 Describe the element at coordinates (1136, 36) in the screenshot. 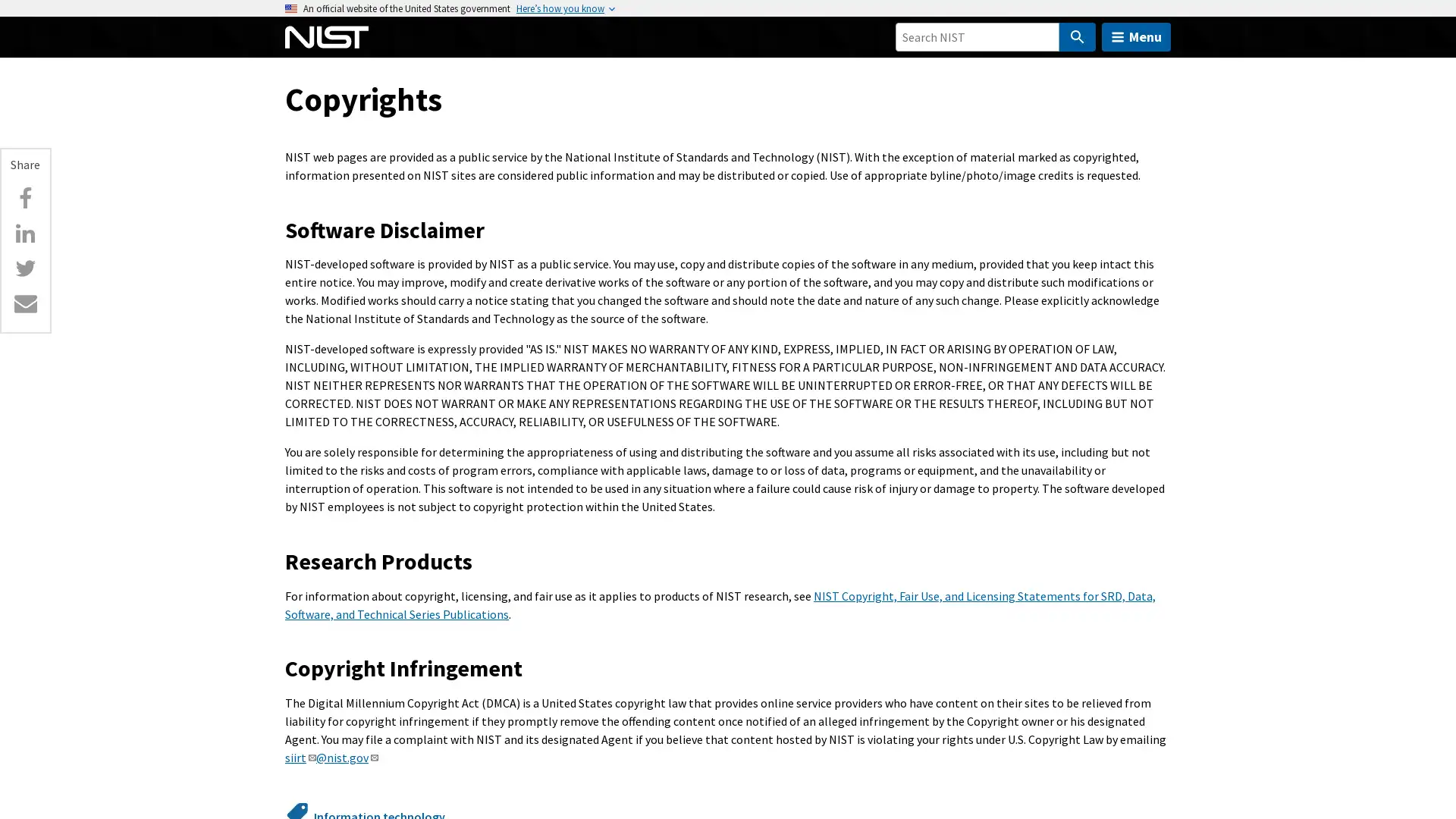

I see `Menu` at that location.